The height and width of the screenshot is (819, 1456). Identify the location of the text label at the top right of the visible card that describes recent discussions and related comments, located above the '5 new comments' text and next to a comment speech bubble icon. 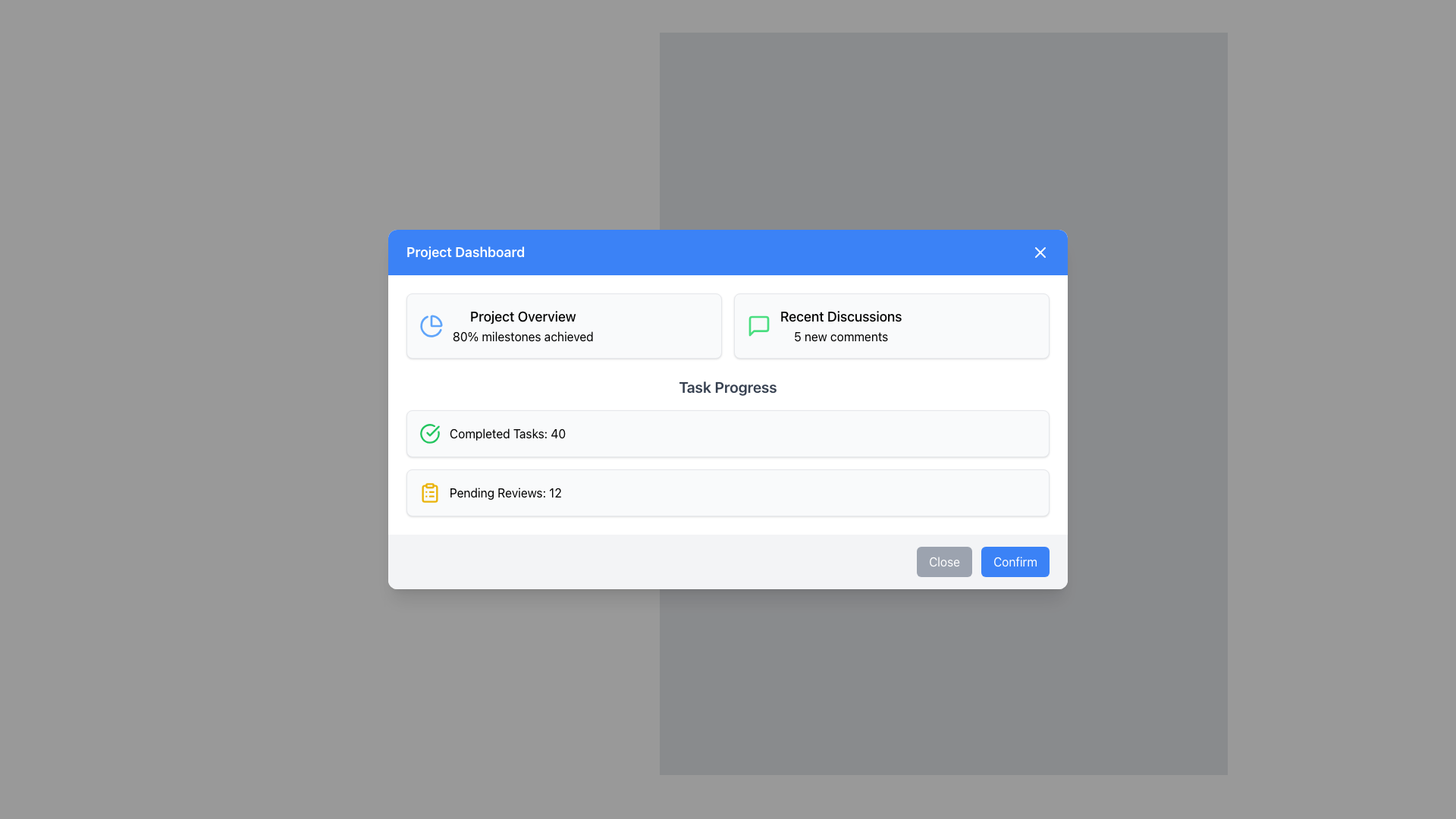
(840, 315).